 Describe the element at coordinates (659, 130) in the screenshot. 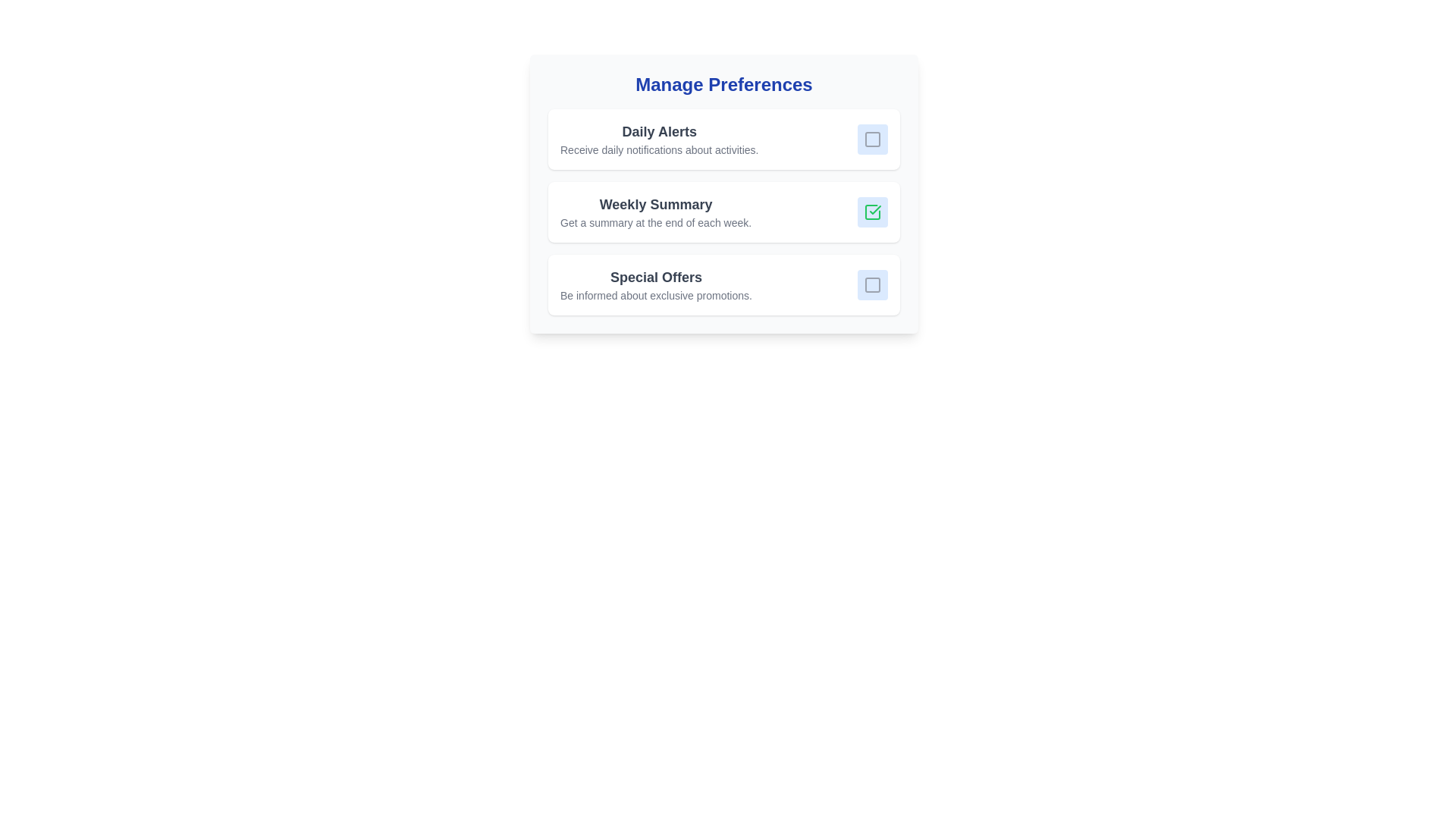

I see `the 'Daily Alerts' text label, which is a bold header in dark gray color positioned at the top-left of its card component` at that location.